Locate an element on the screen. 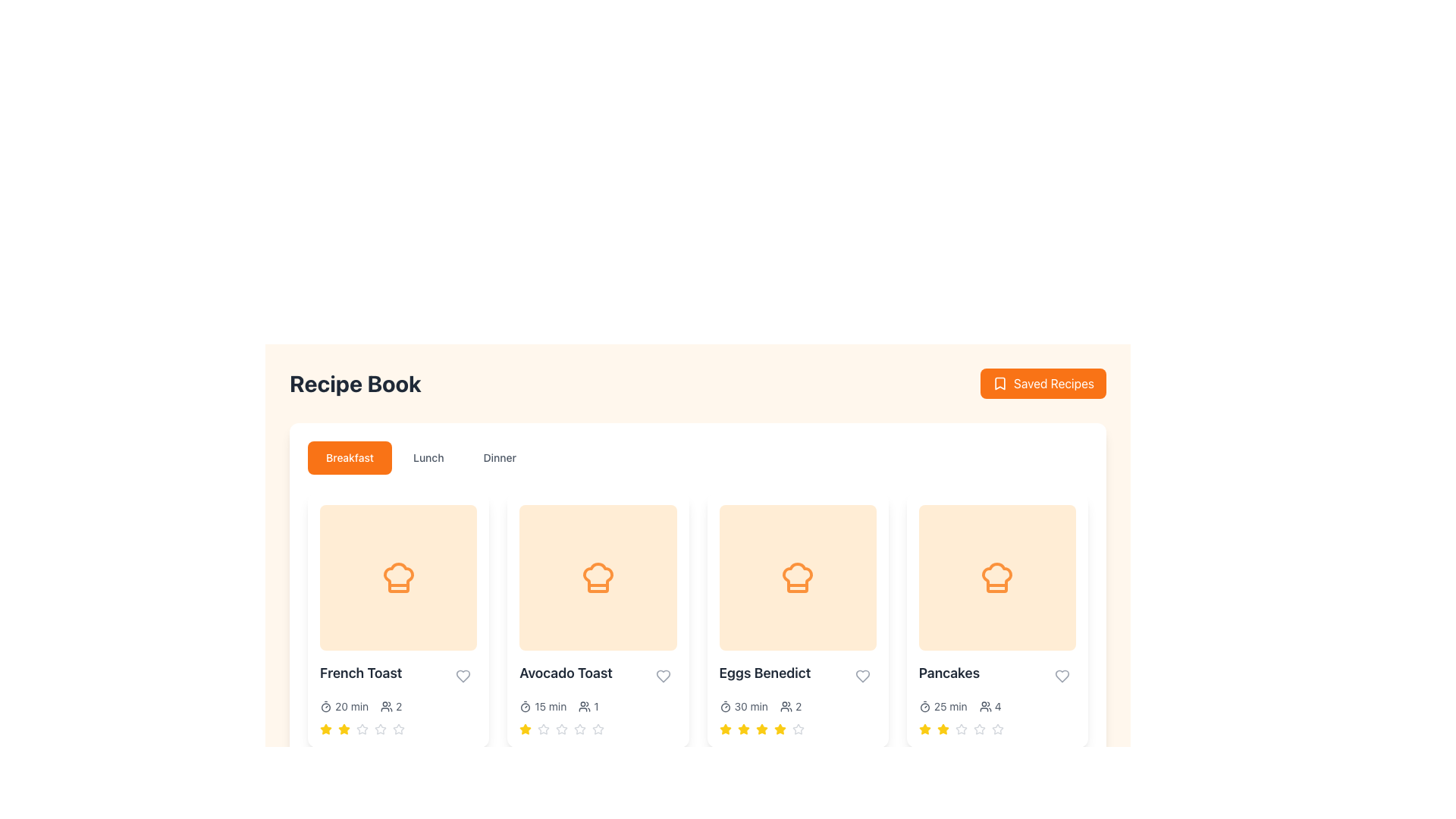  the second star icon in the rating component for the 'Pancakes' recipe to rate it is located at coordinates (960, 728).